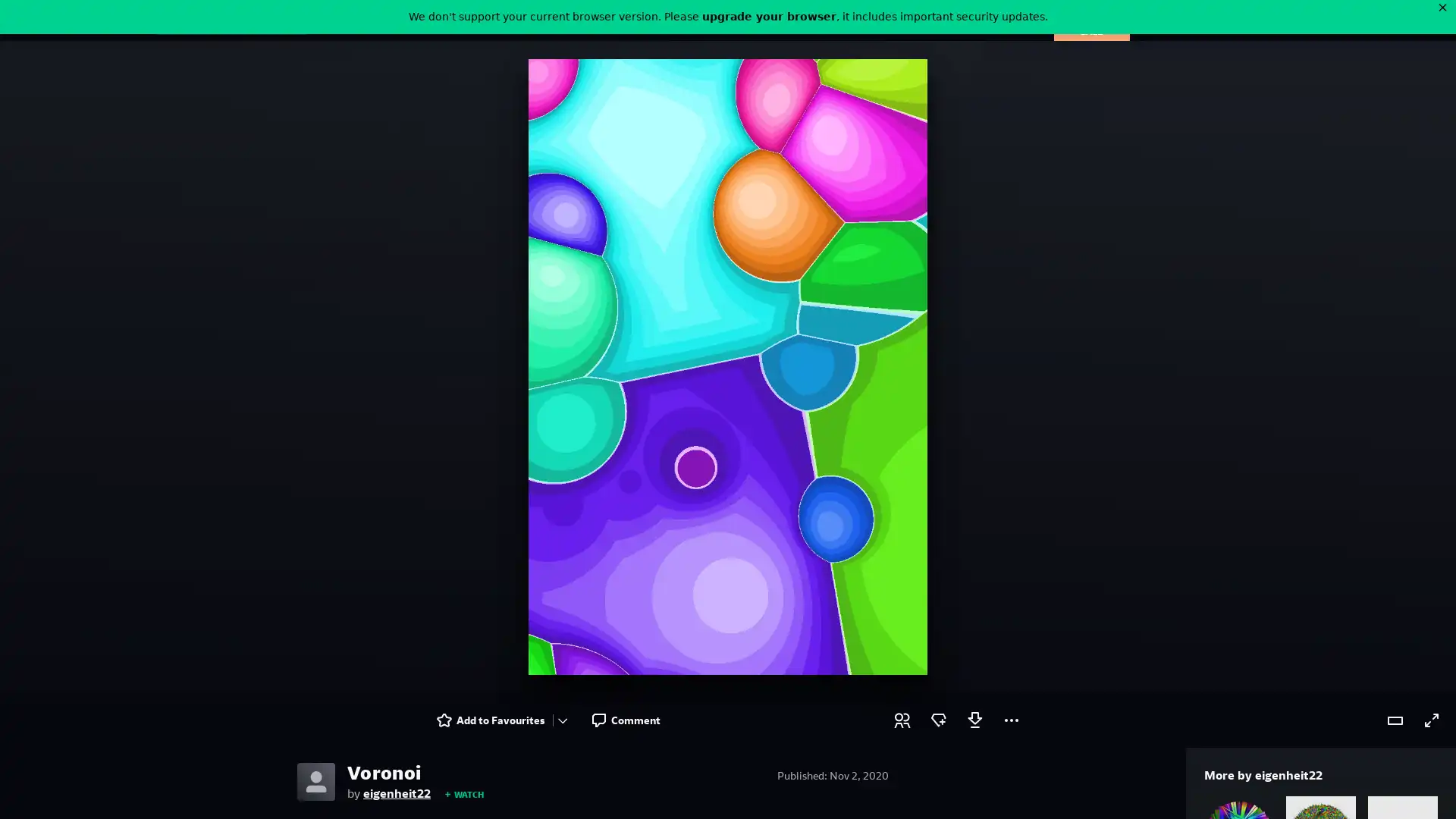 Image resolution: width=1456 pixels, height=819 pixels. I want to click on WATCH, so click(463, 792).